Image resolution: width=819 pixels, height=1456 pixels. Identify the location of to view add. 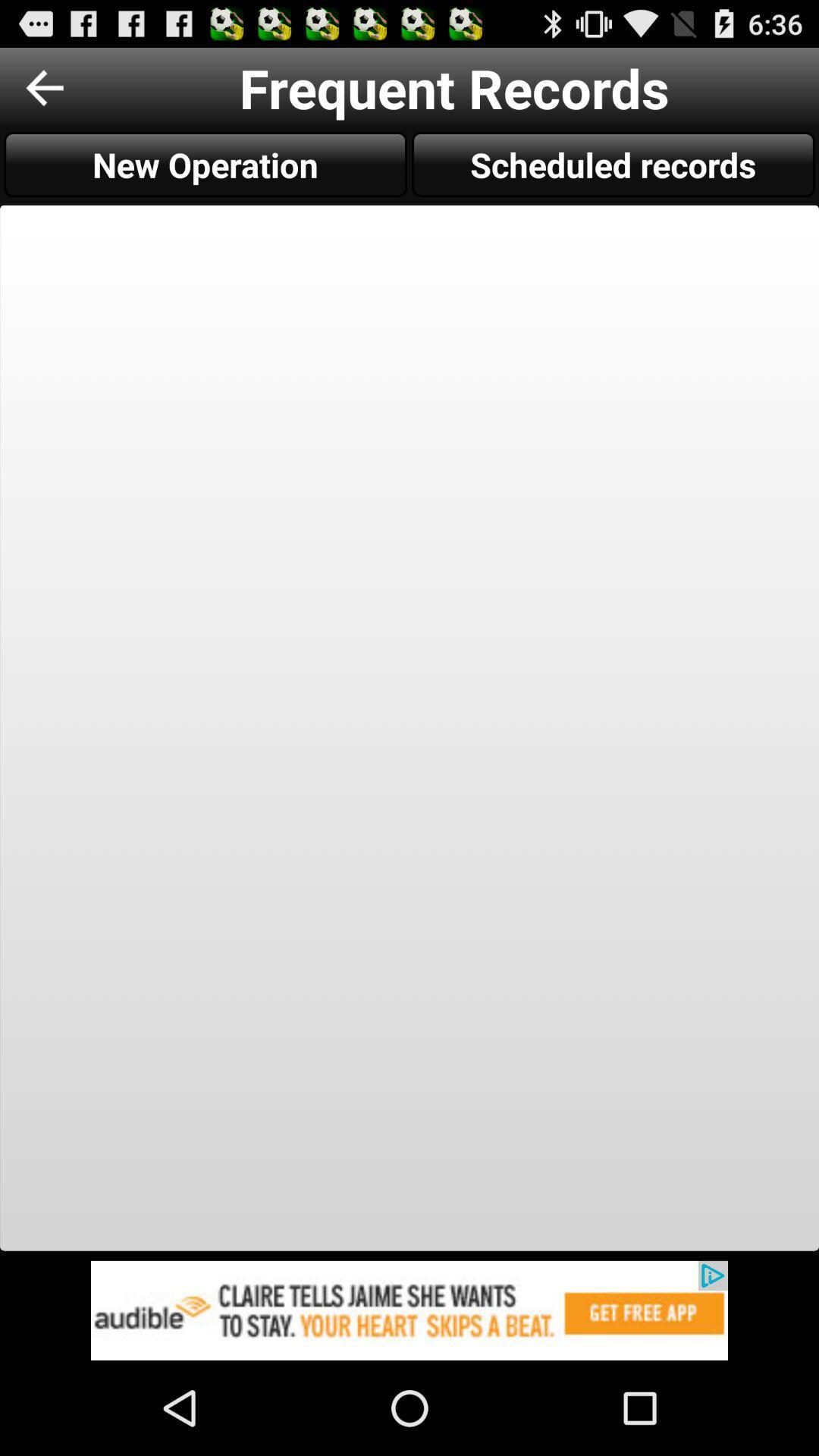
(409, 1310).